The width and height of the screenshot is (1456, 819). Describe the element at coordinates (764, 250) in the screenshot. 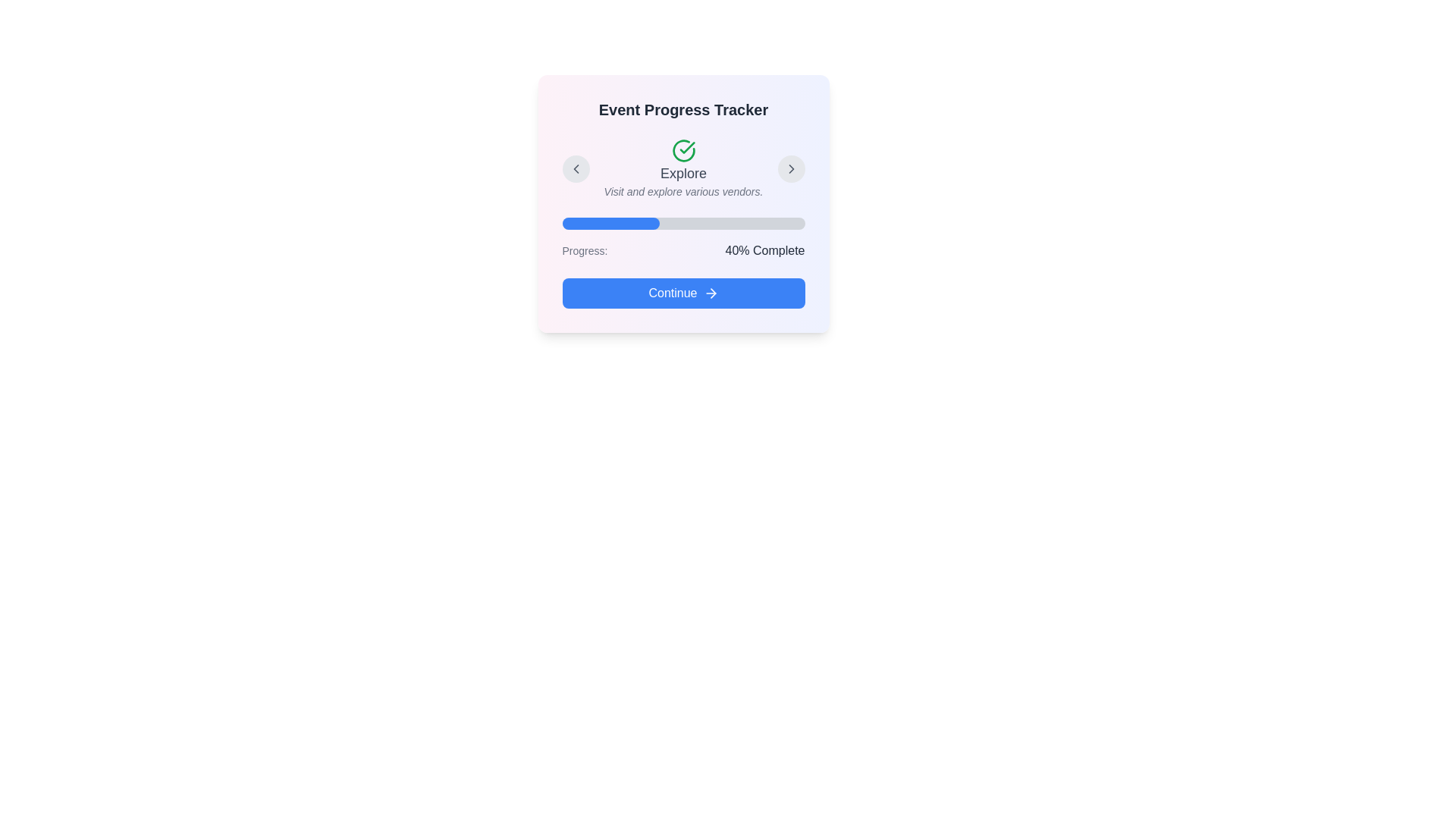

I see `text label displaying '40% Complete', which is styled in bold and medium font size, positioned to the right of 'Progress:' and above the 'Continue' button` at that location.